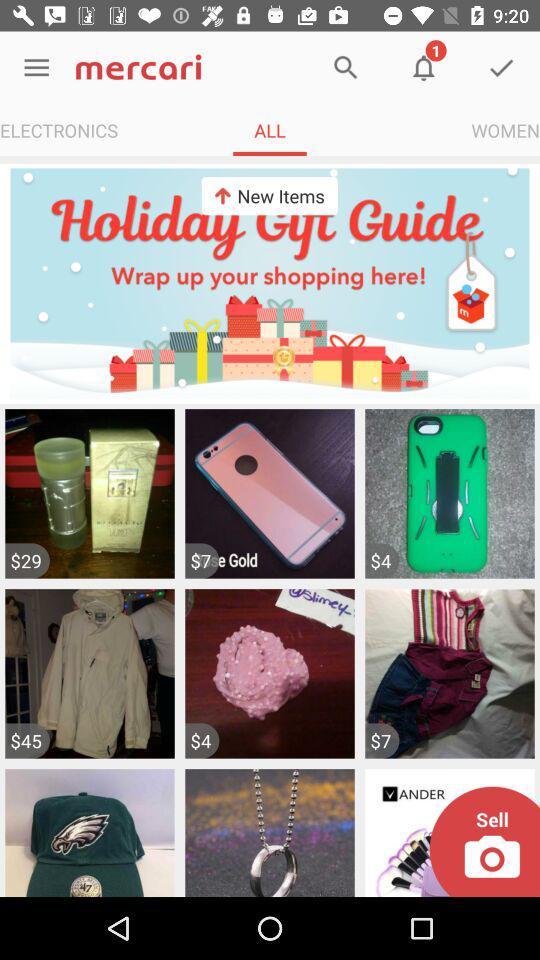 The height and width of the screenshot is (960, 540). Describe the element at coordinates (269, 196) in the screenshot. I see `the app below the all item` at that location.